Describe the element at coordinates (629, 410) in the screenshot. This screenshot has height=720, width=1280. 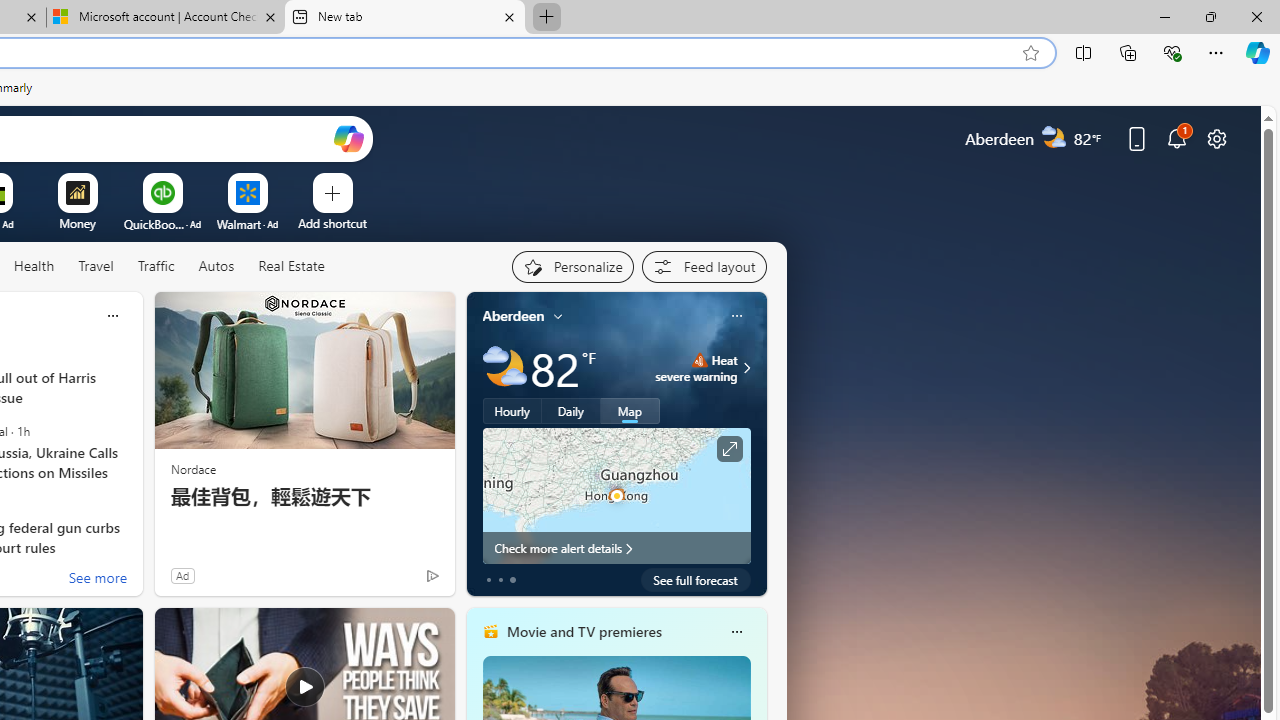
I see `'Map'` at that location.